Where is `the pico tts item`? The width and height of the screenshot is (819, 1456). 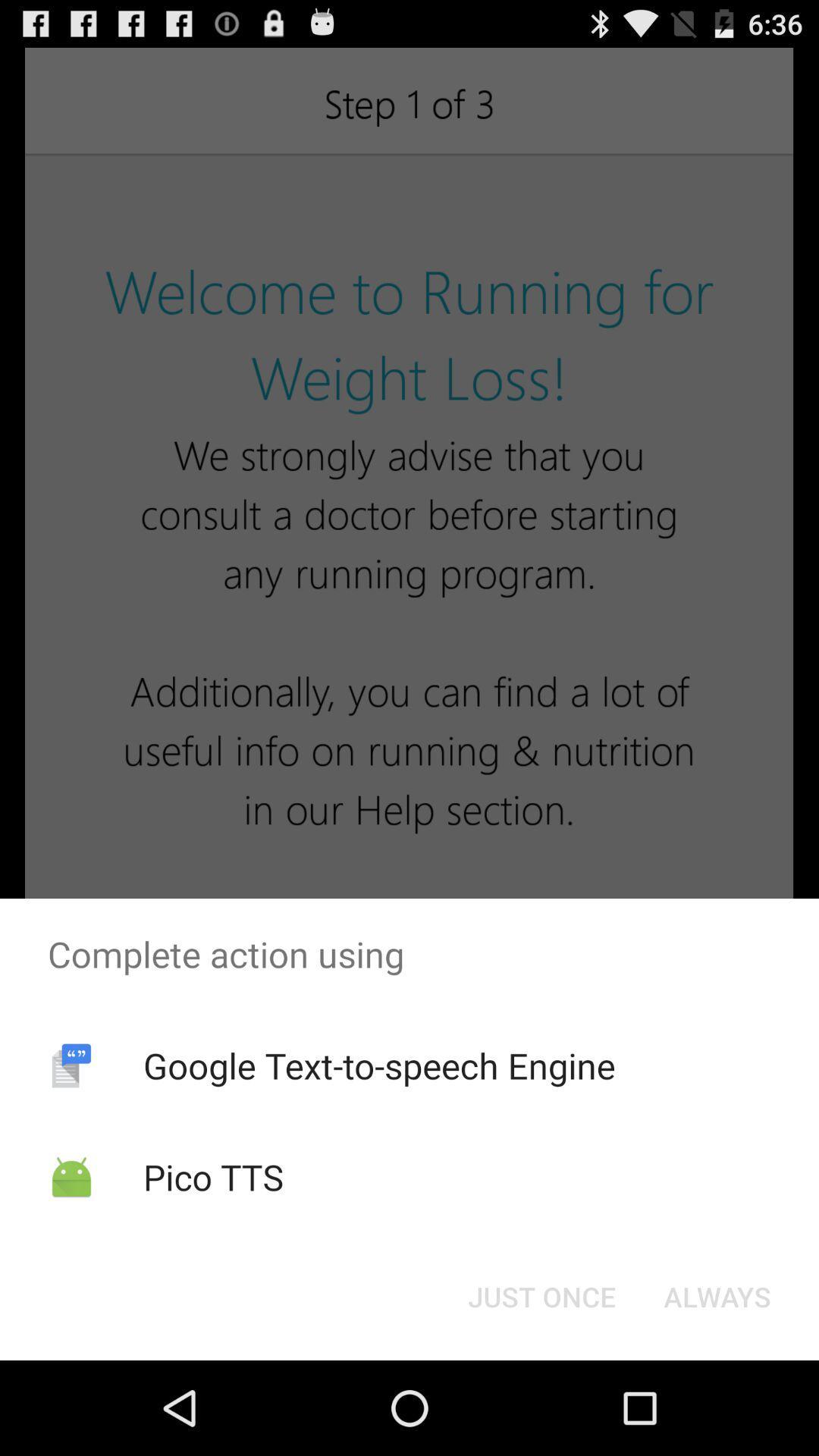
the pico tts item is located at coordinates (213, 1176).